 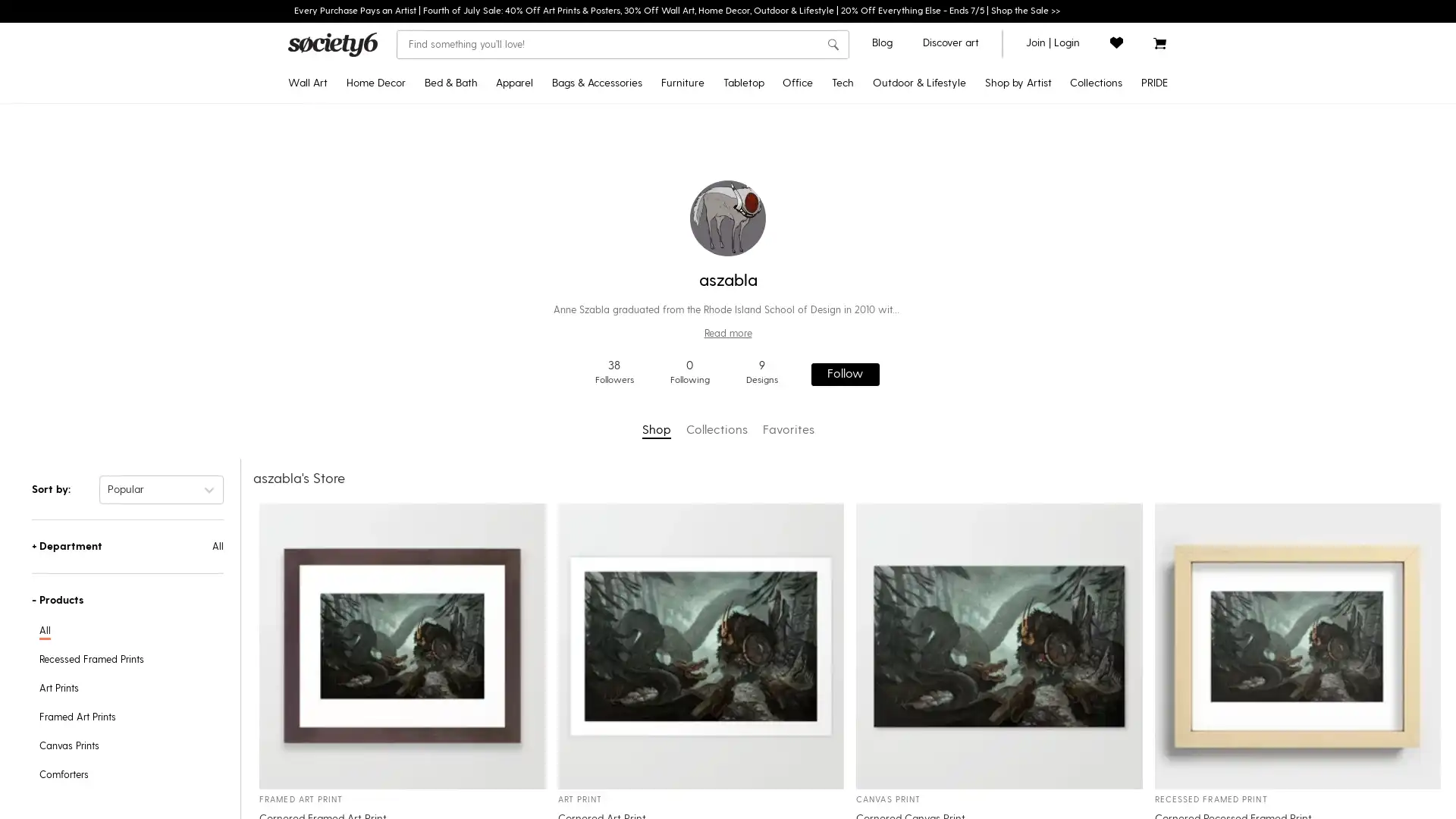 What do you see at coordinates (1040, 171) in the screenshot?
I see `2022 Home Decor Guide` at bounding box center [1040, 171].